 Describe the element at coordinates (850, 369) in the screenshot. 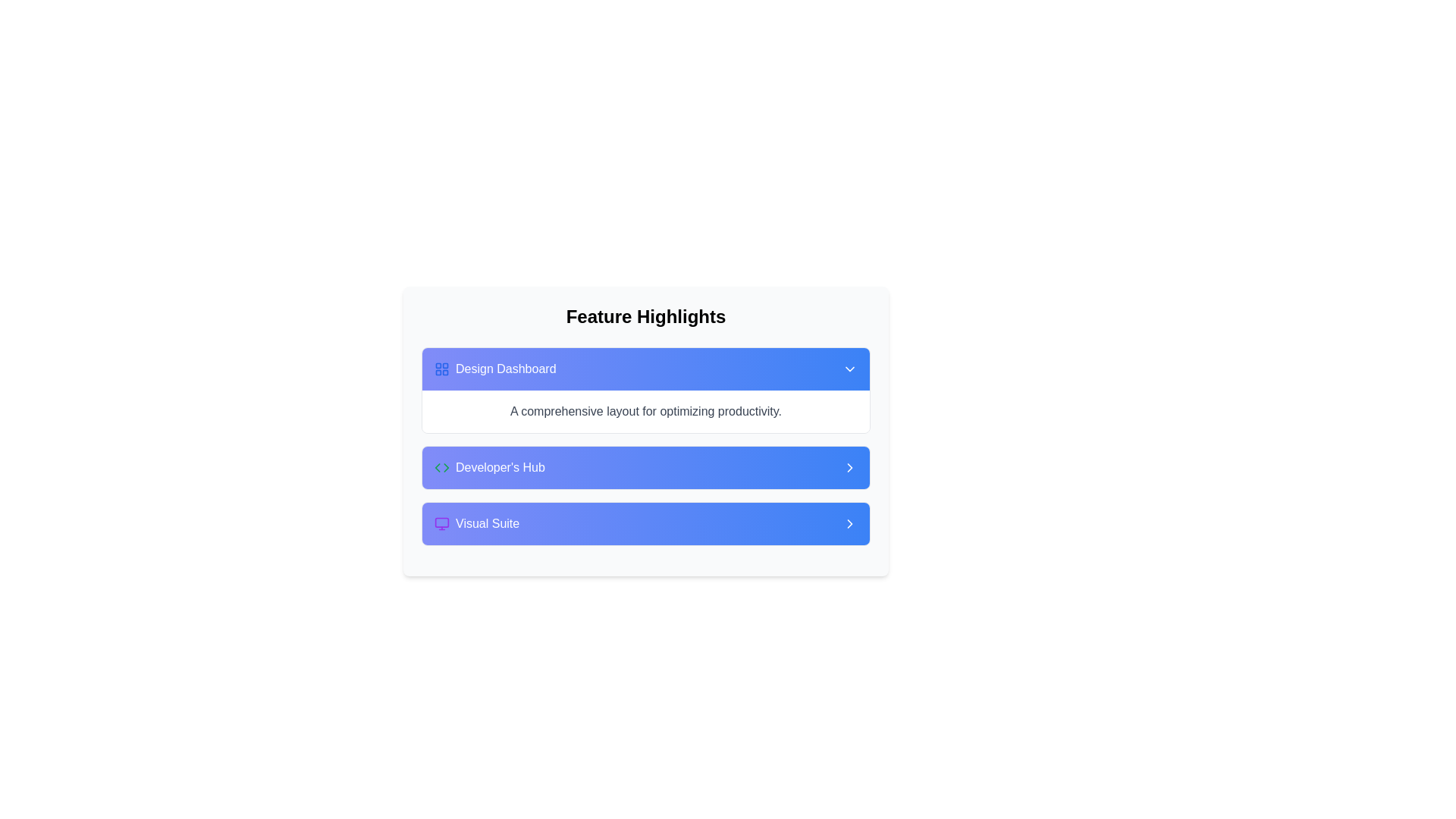

I see `the dropdown icon located to the right of the 'Design Dashboard' header` at that location.